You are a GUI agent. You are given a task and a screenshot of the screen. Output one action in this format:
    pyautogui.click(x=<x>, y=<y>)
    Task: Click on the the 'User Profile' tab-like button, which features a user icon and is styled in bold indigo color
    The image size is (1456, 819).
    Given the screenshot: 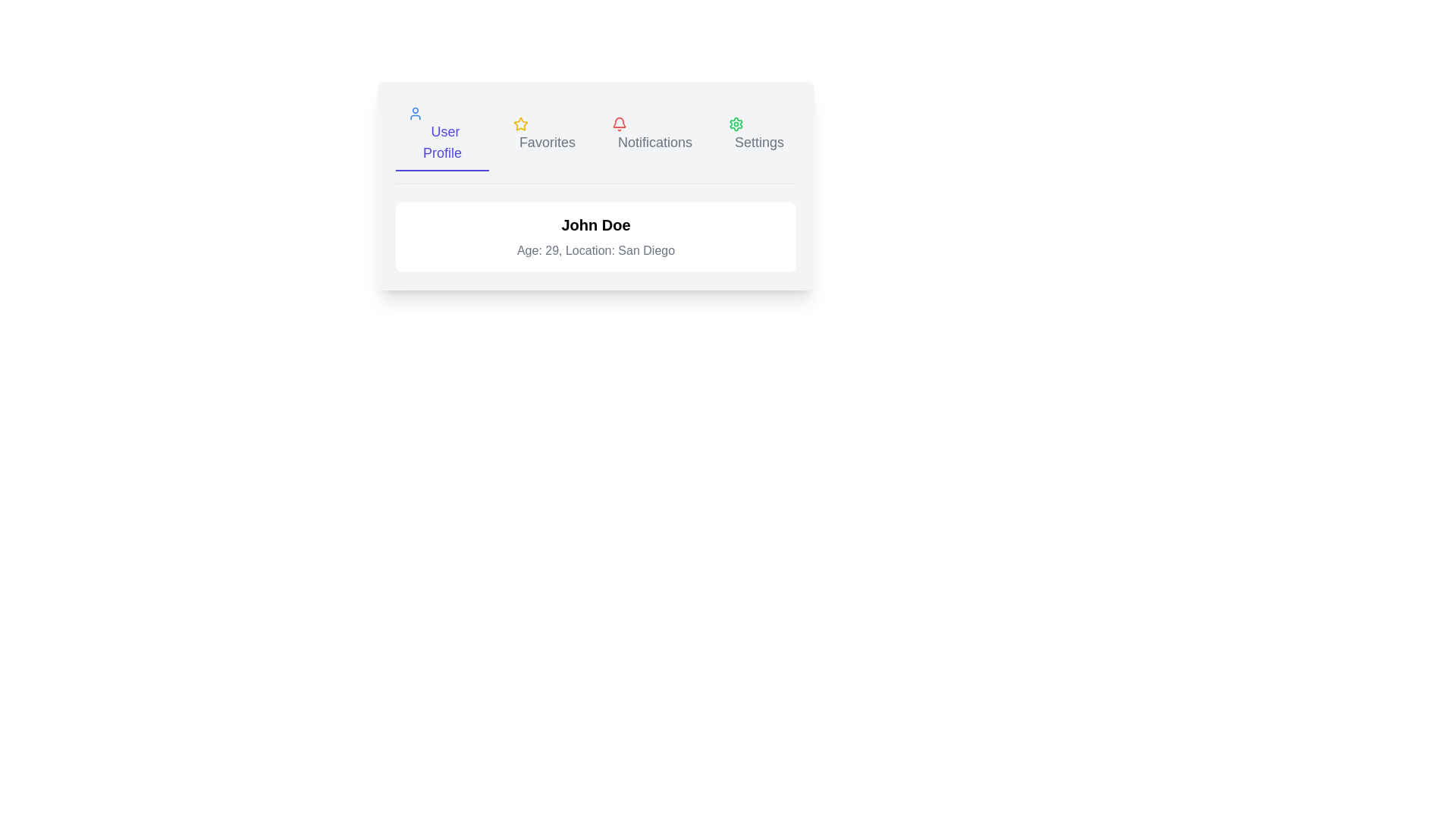 What is the action you would take?
    pyautogui.click(x=441, y=134)
    